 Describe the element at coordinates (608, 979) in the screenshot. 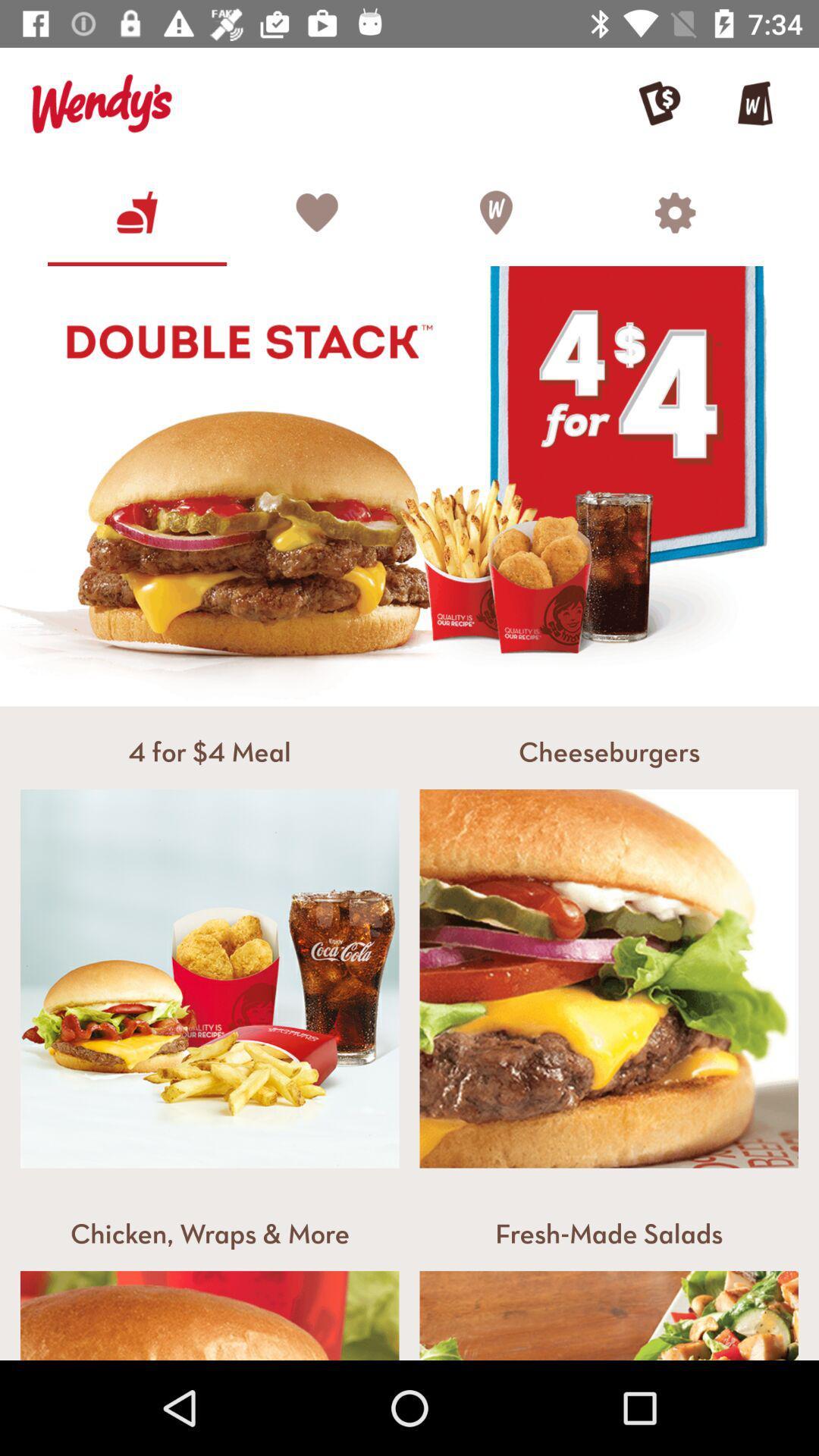

I see `the image which is below text cheeseburgers` at that location.